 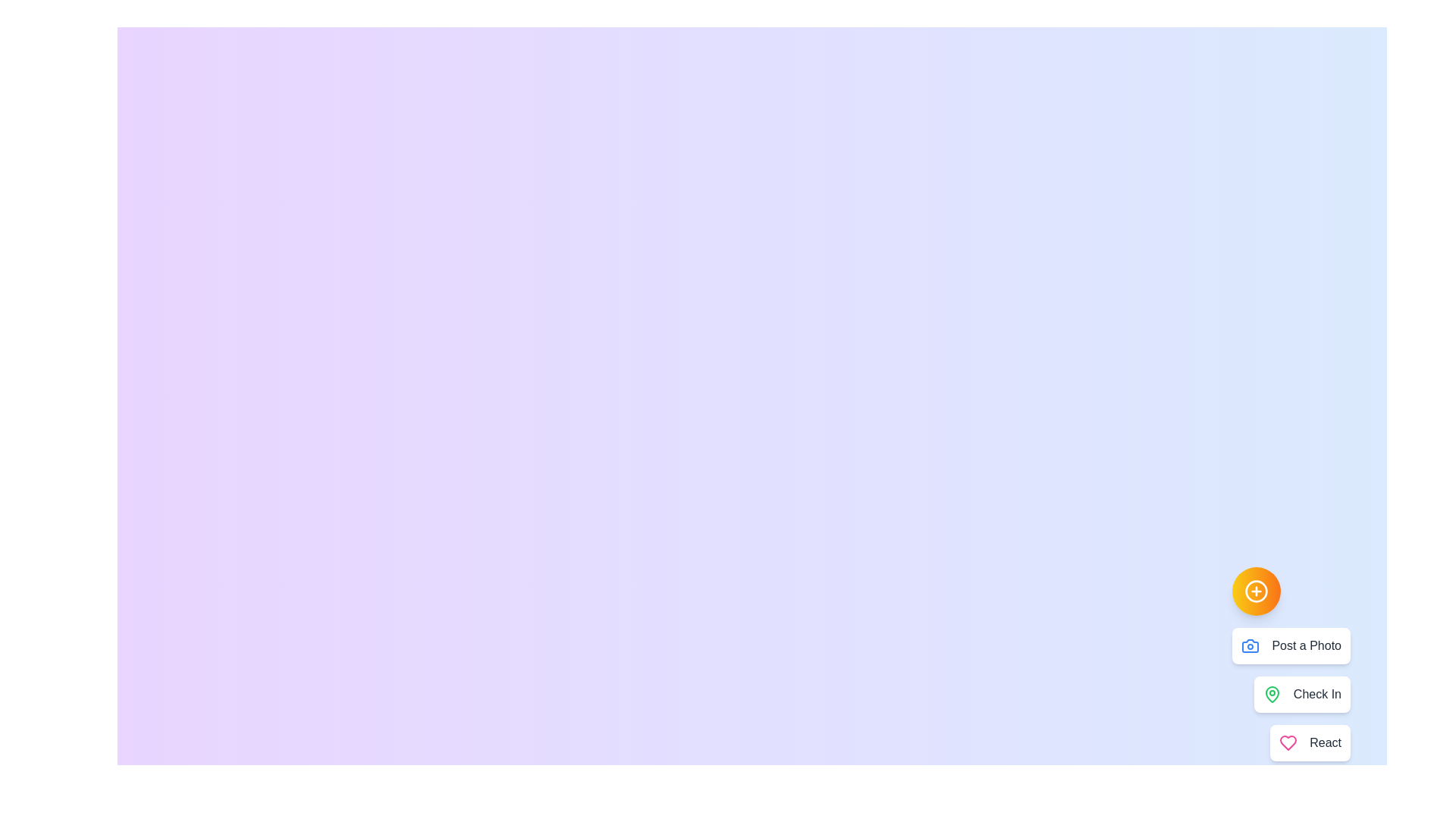 What do you see at coordinates (378, 378) in the screenshot?
I see `the background to dismiss the menu` at bounding box center [378, 378].